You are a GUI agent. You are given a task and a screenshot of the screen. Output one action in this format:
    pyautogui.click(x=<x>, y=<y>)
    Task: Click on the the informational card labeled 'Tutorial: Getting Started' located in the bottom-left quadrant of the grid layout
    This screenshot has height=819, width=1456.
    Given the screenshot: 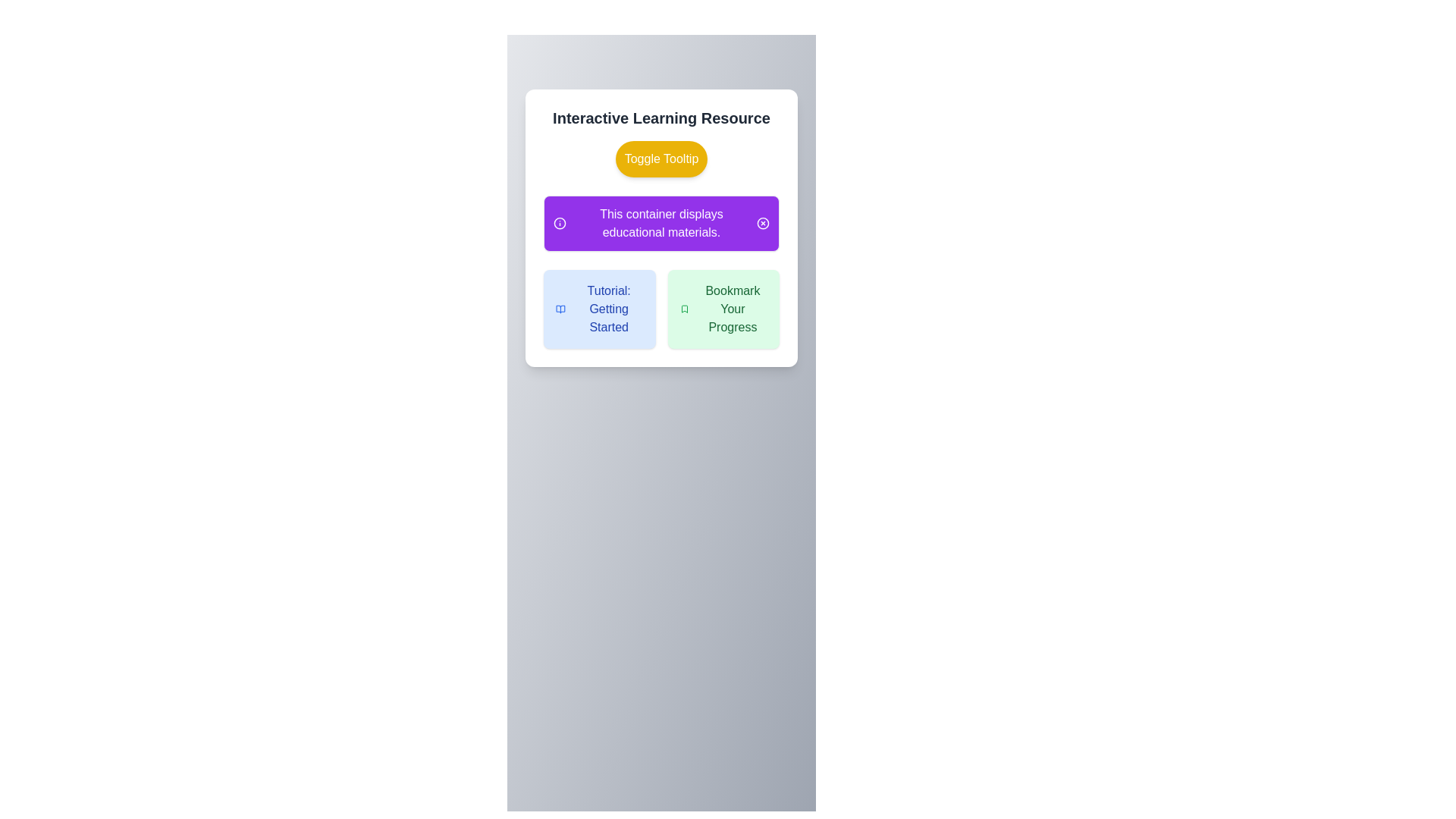 What is the action you would take?
    pyautogui.click(x=598, y=309)
    